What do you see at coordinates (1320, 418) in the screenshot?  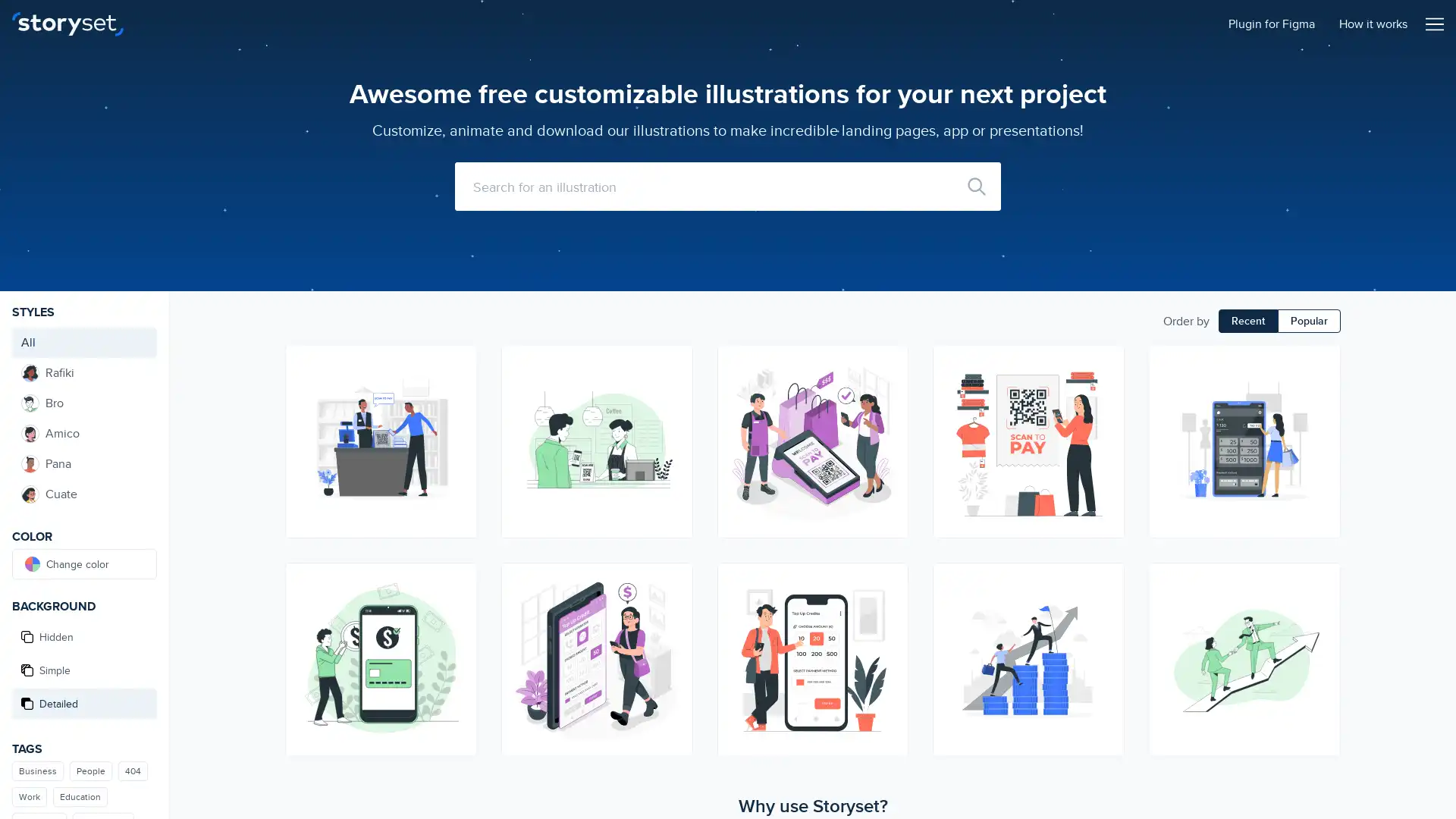 I see `Pinterest icon Save` at bounding box center [1320, 418].